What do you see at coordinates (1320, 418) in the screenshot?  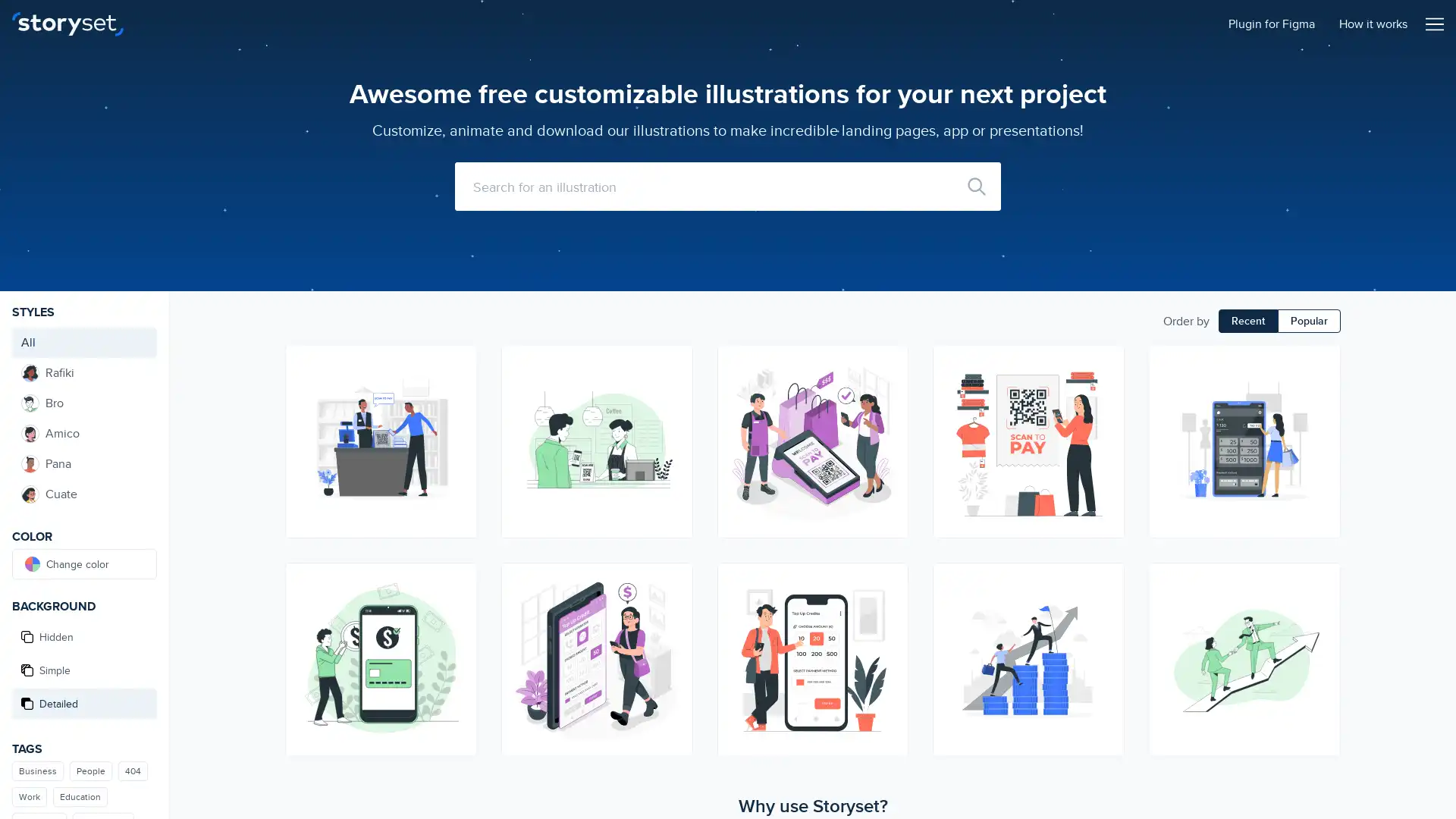 I see `Pinterest icon Save` at bounding box center [1320, 418].